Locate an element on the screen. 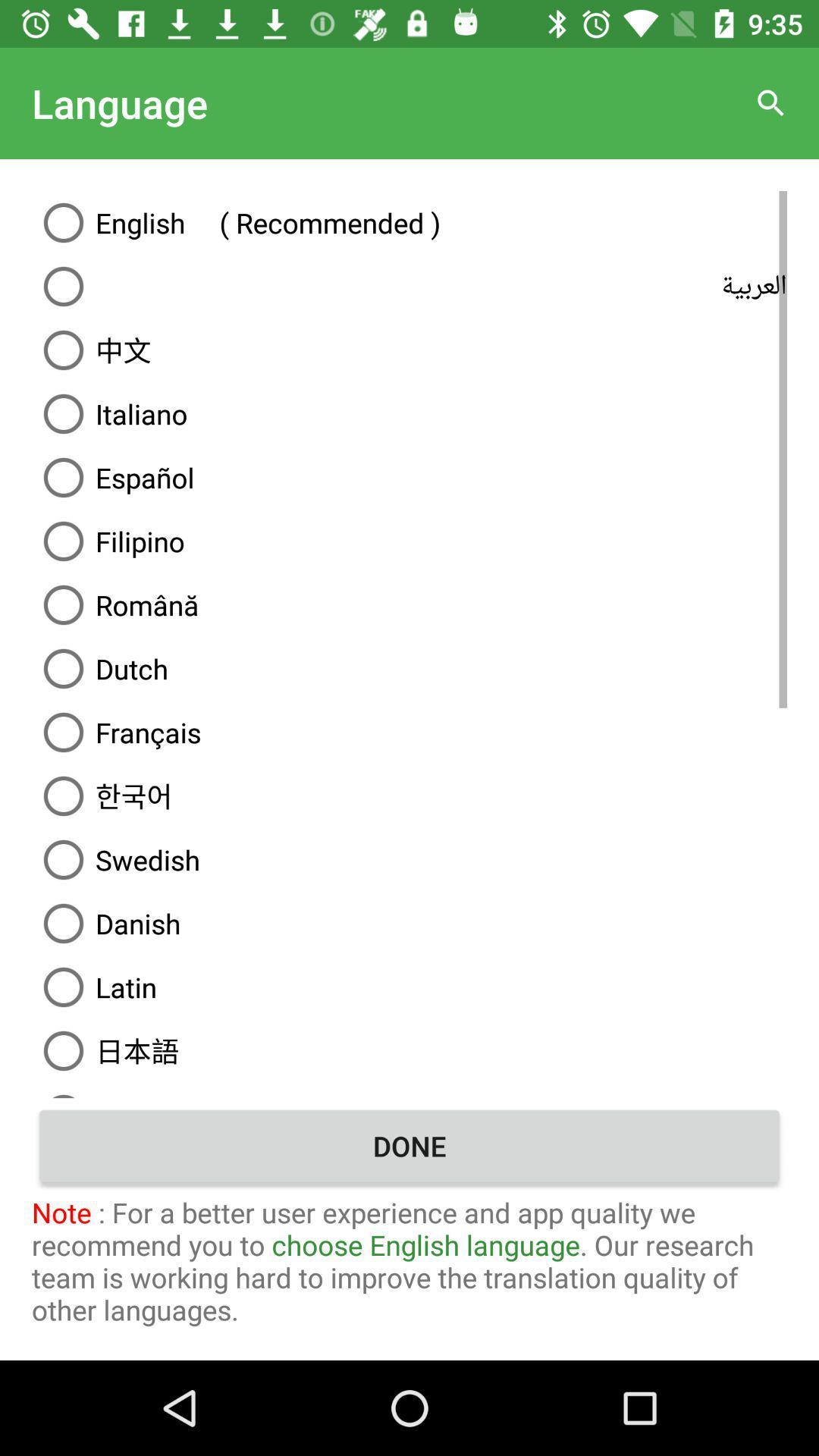 The height and width of the screenshot is (1456, 819). the danish item is located at coordinates (409, 923).